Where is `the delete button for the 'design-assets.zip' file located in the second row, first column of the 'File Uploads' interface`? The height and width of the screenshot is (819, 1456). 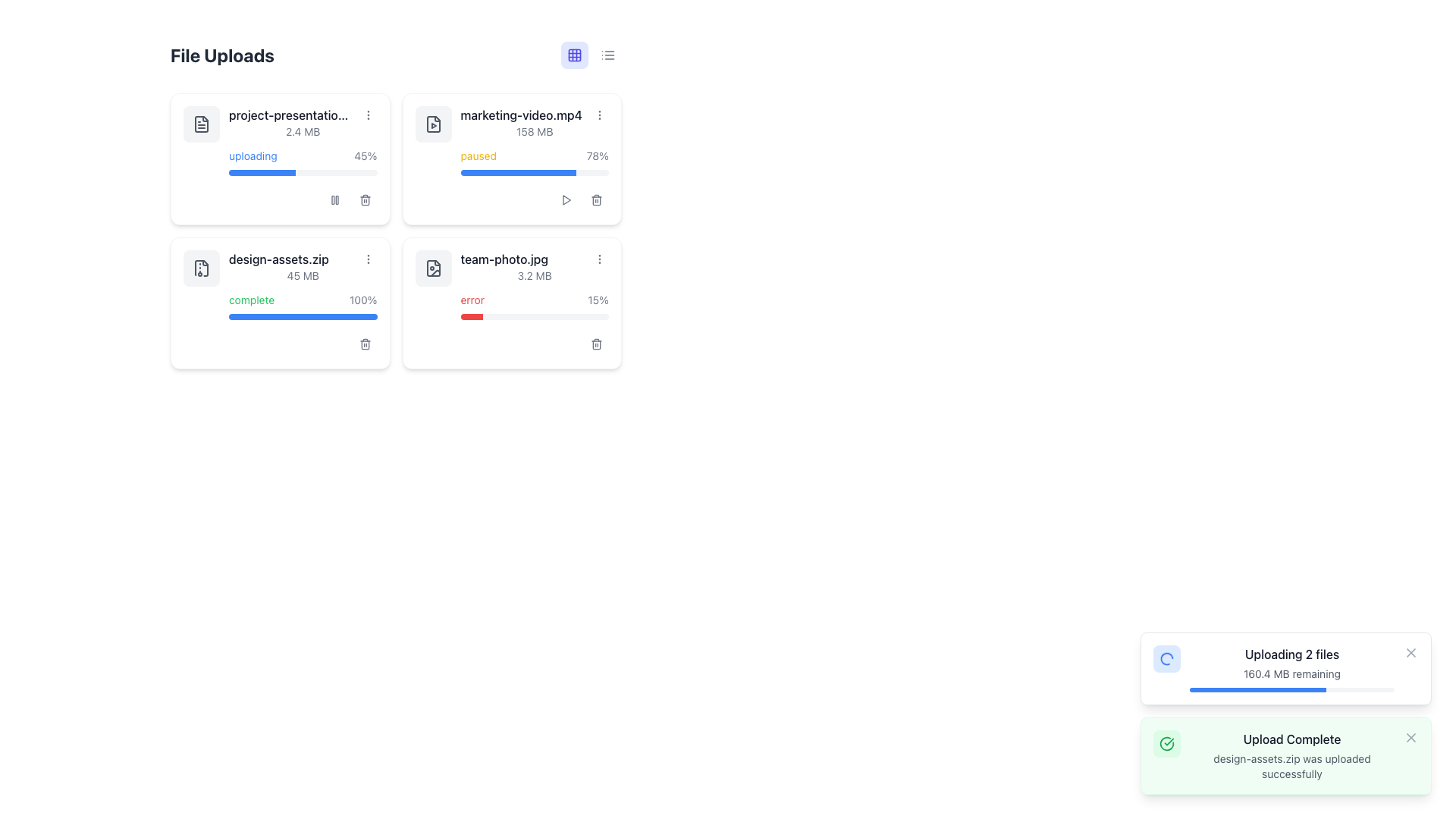
the delete button for the 'design-assets.zip' file located in the second row, first column of the 'File Uploads' interface is located at coordinates (365, 344).